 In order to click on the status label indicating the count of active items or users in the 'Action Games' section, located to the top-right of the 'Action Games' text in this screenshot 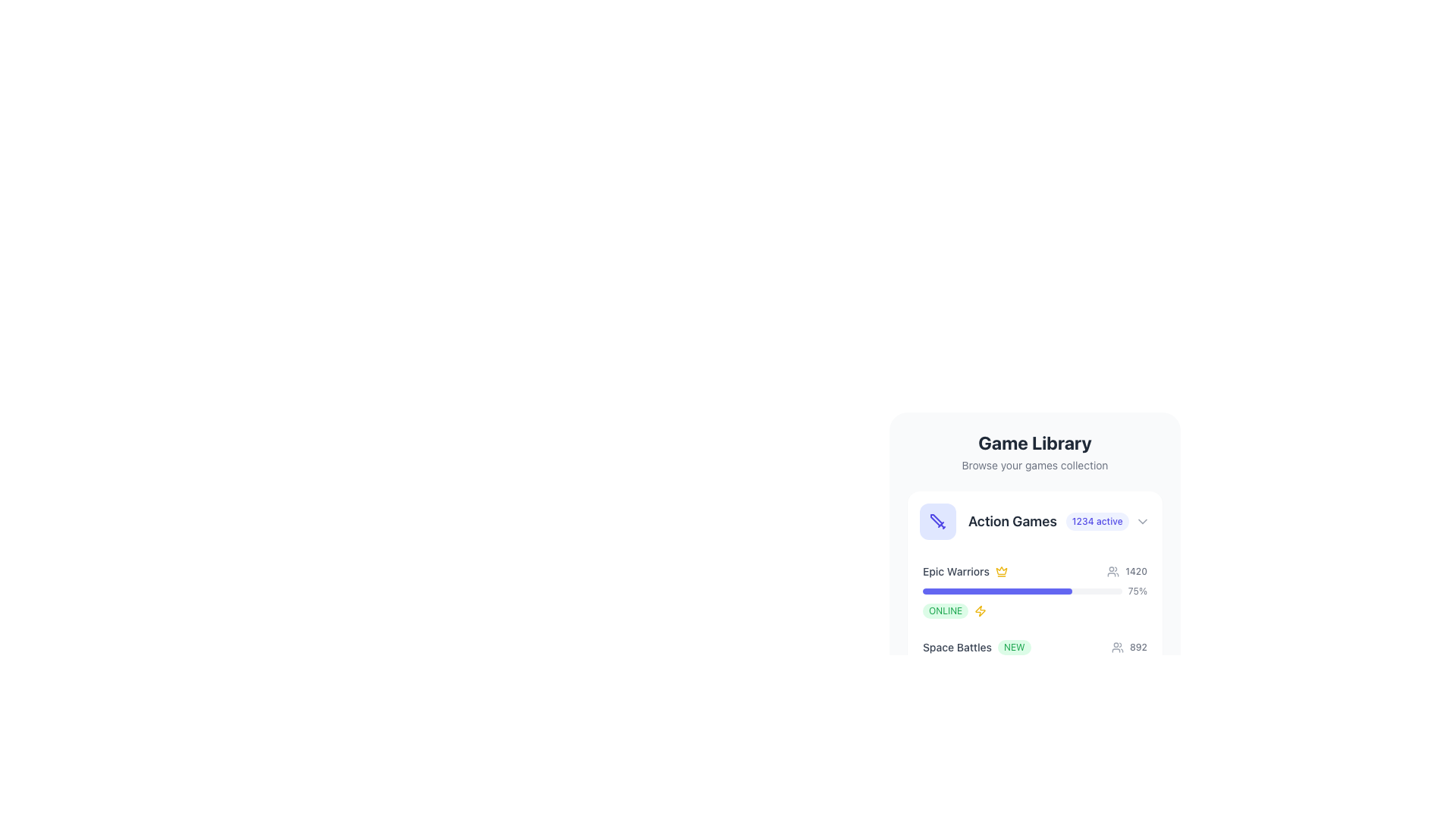, I will do `click(1097, 520)`.